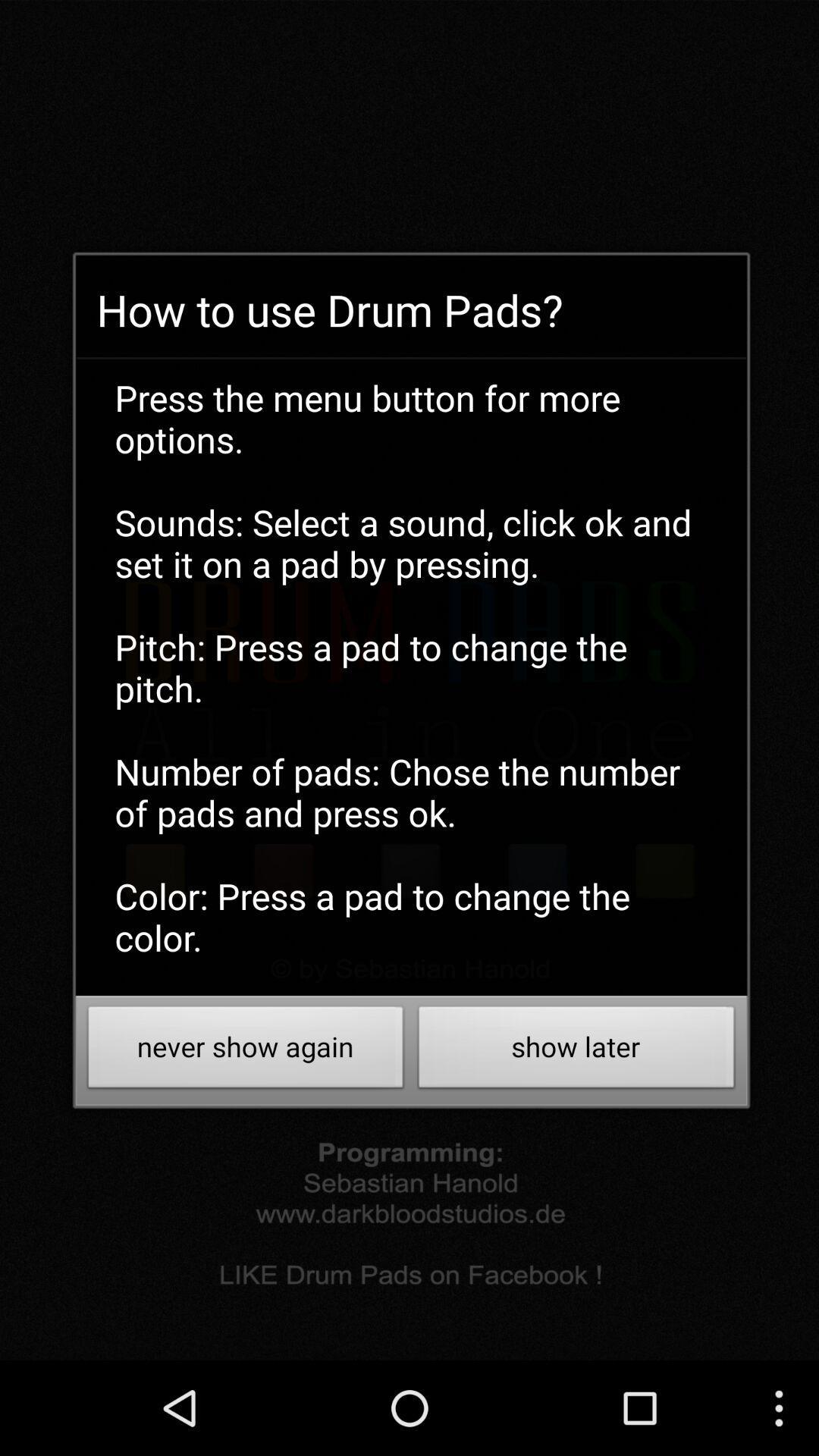 This screenshot has height=1456, width=819. What do you see at coordinates (576, 1050) in the screenshot?
I see `the show later icon` at bounding box center [576, 1050].